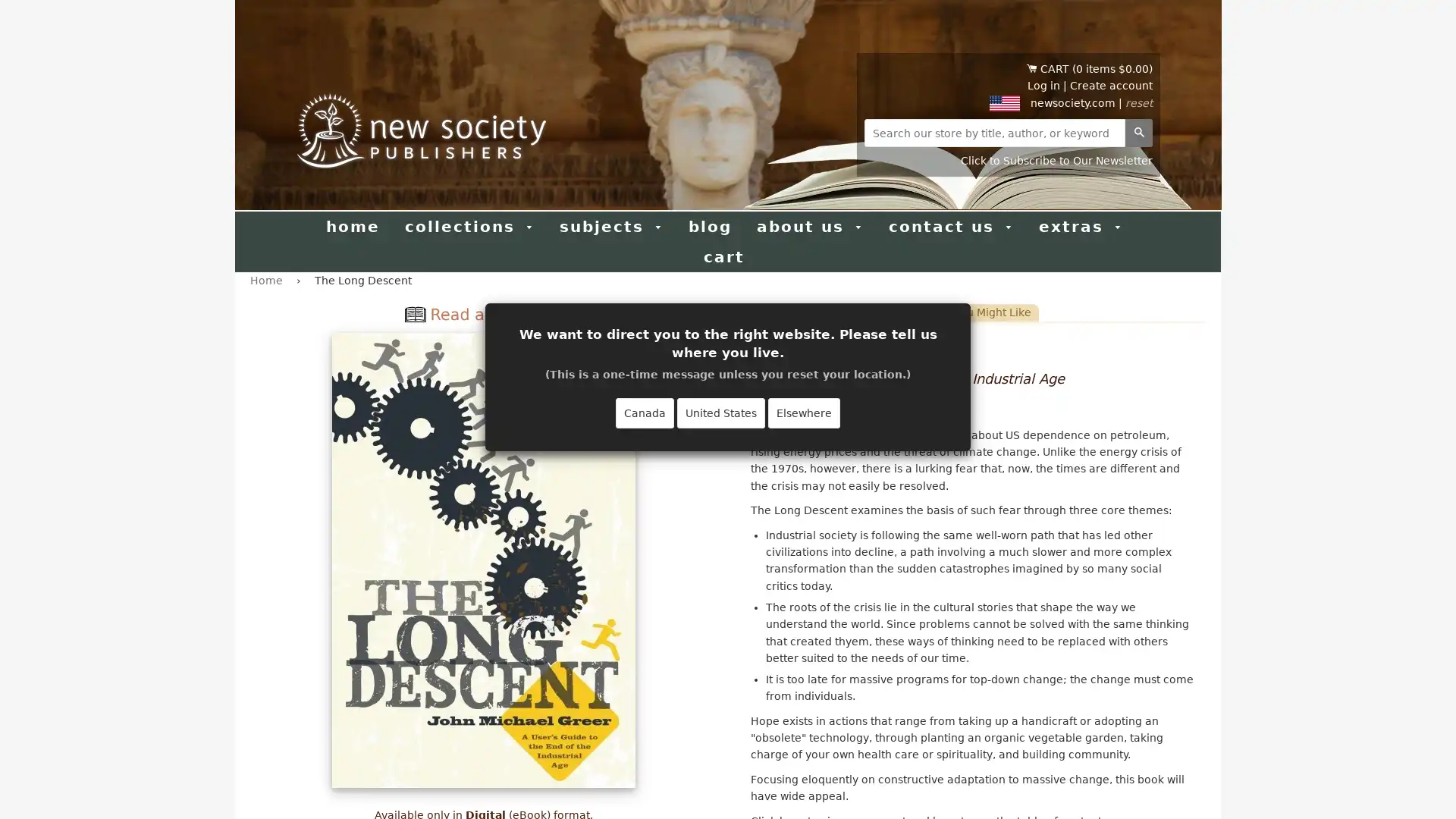  What do you see at coordinates (1139, 132) in the screenshot?
I see `Search` at bounding box center [1139, 132].